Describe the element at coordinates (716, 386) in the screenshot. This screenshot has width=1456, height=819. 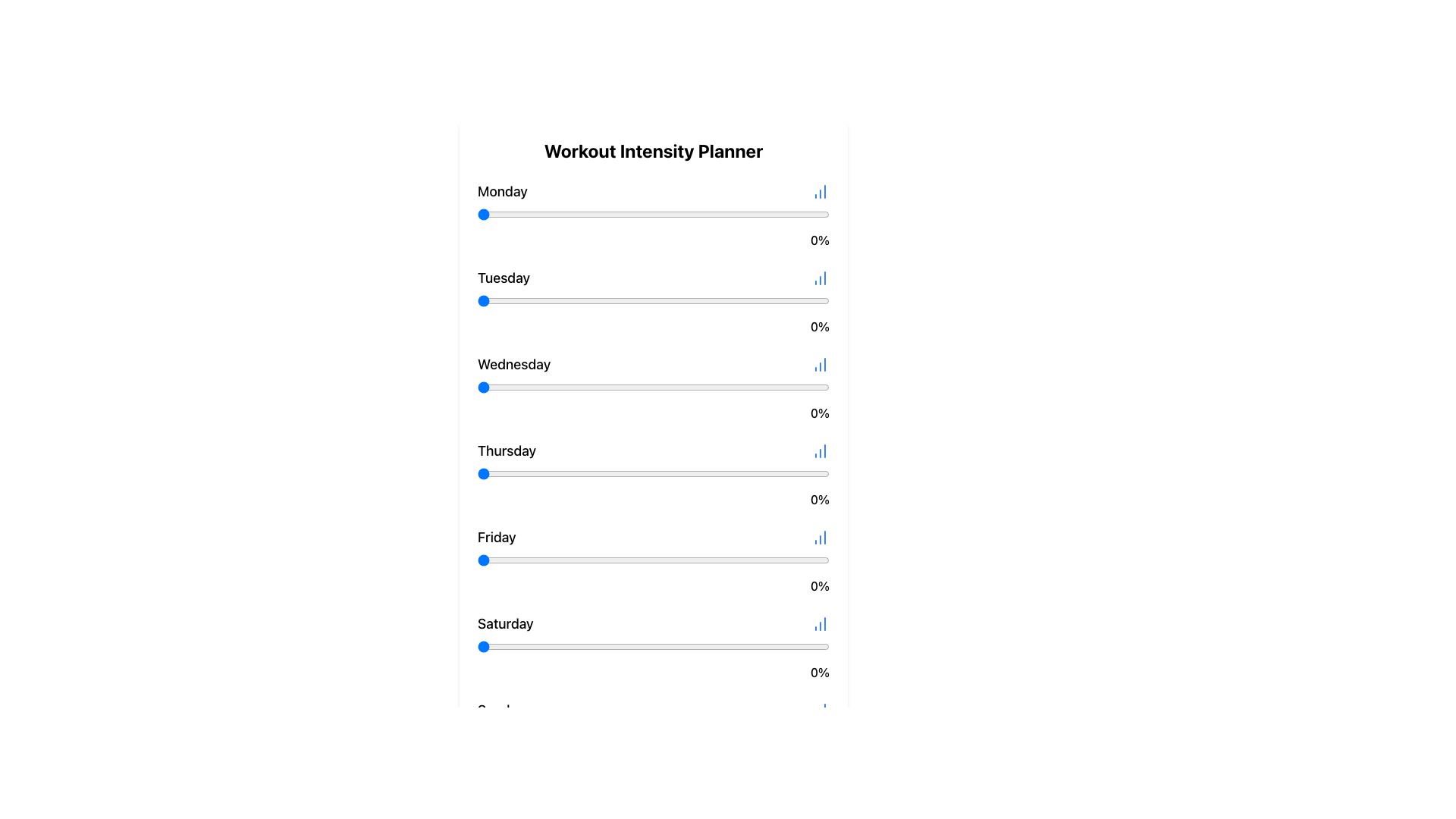
I see `the Wednesday workout intensity` at that location.